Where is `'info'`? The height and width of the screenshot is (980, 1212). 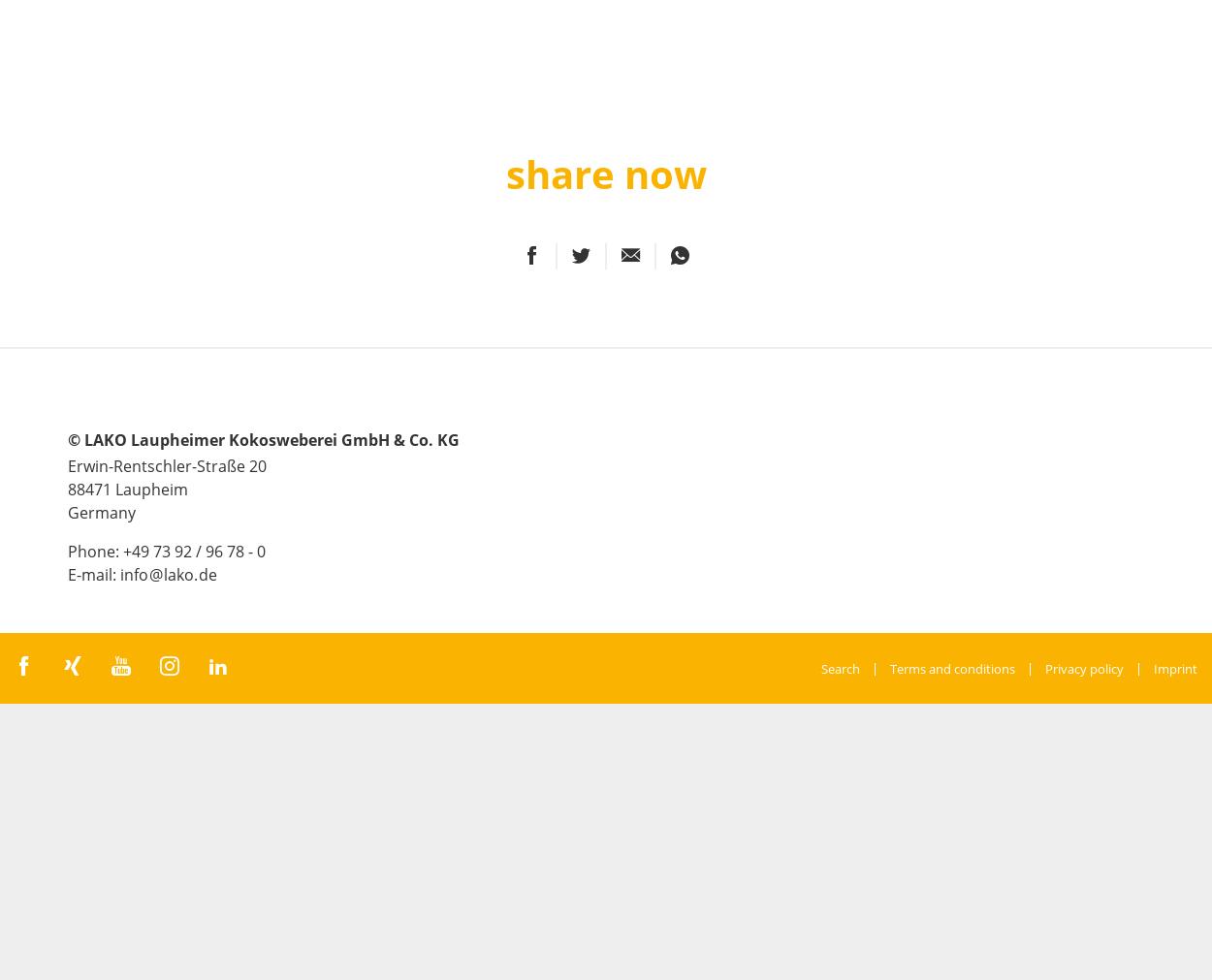 'info' is located at coordinates (119, 574).